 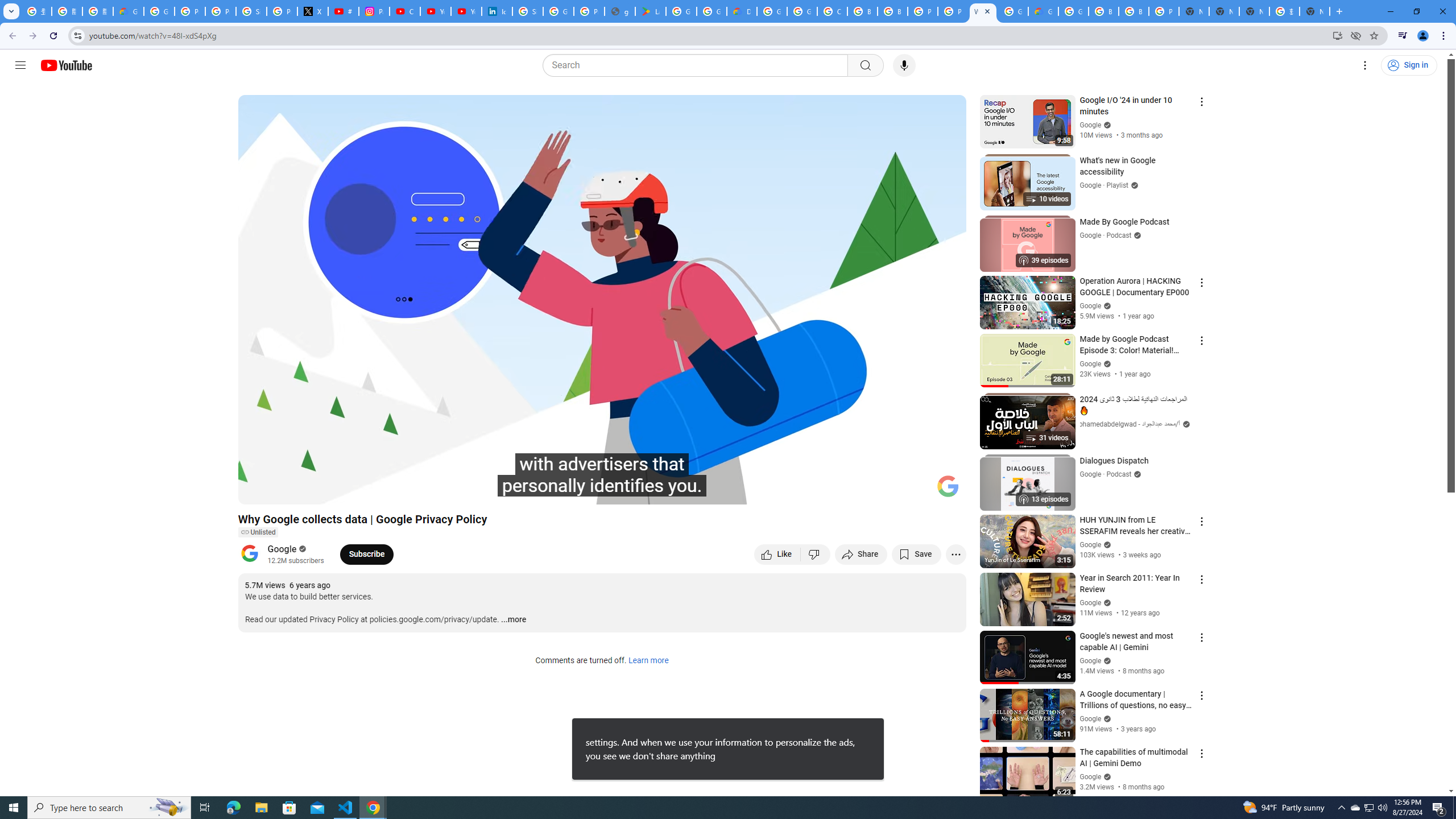 I want to click on '...more', so click(x=512, y=619).